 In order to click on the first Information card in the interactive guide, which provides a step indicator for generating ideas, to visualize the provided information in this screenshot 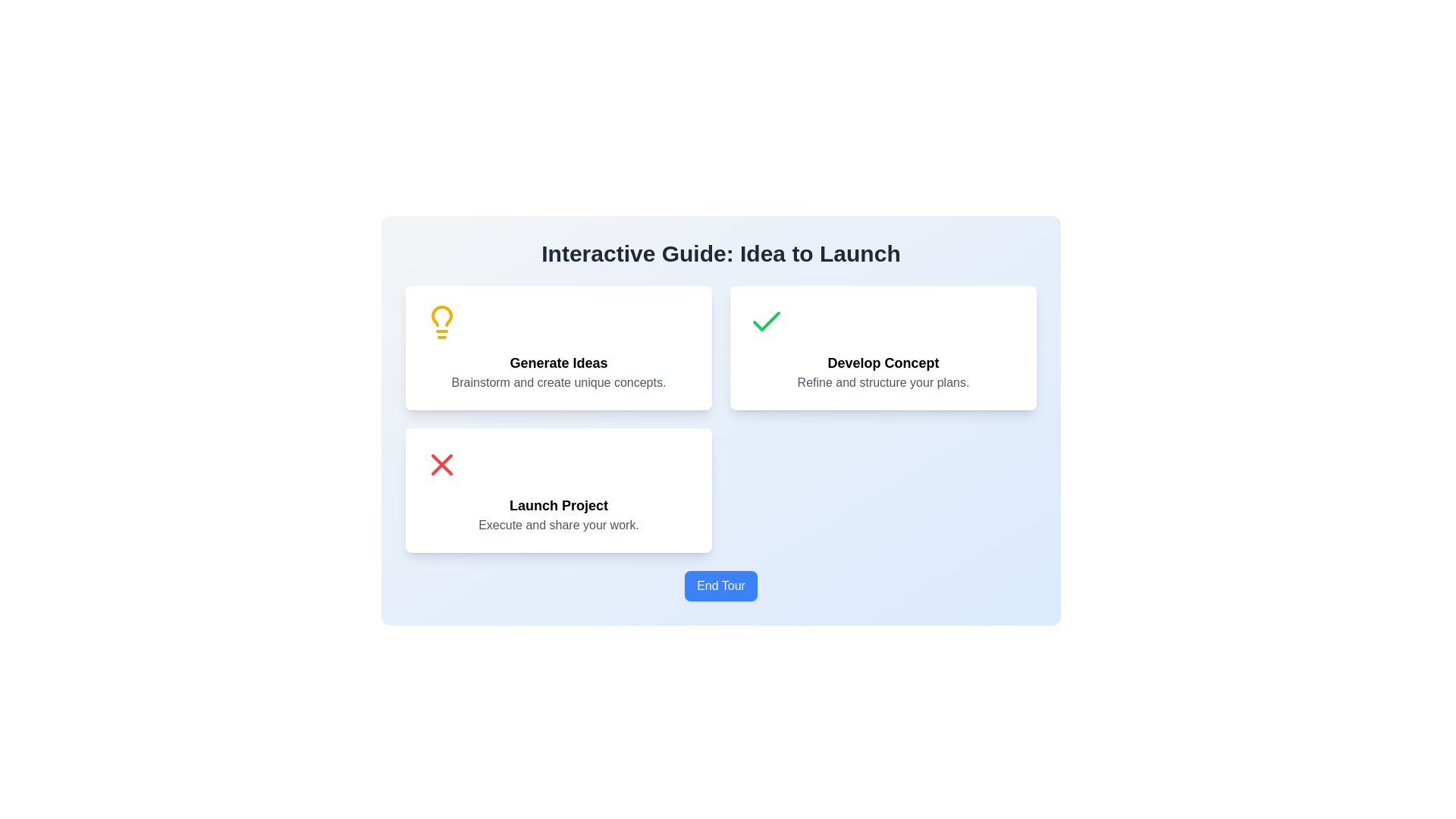, I will do `click(558, 348)`.